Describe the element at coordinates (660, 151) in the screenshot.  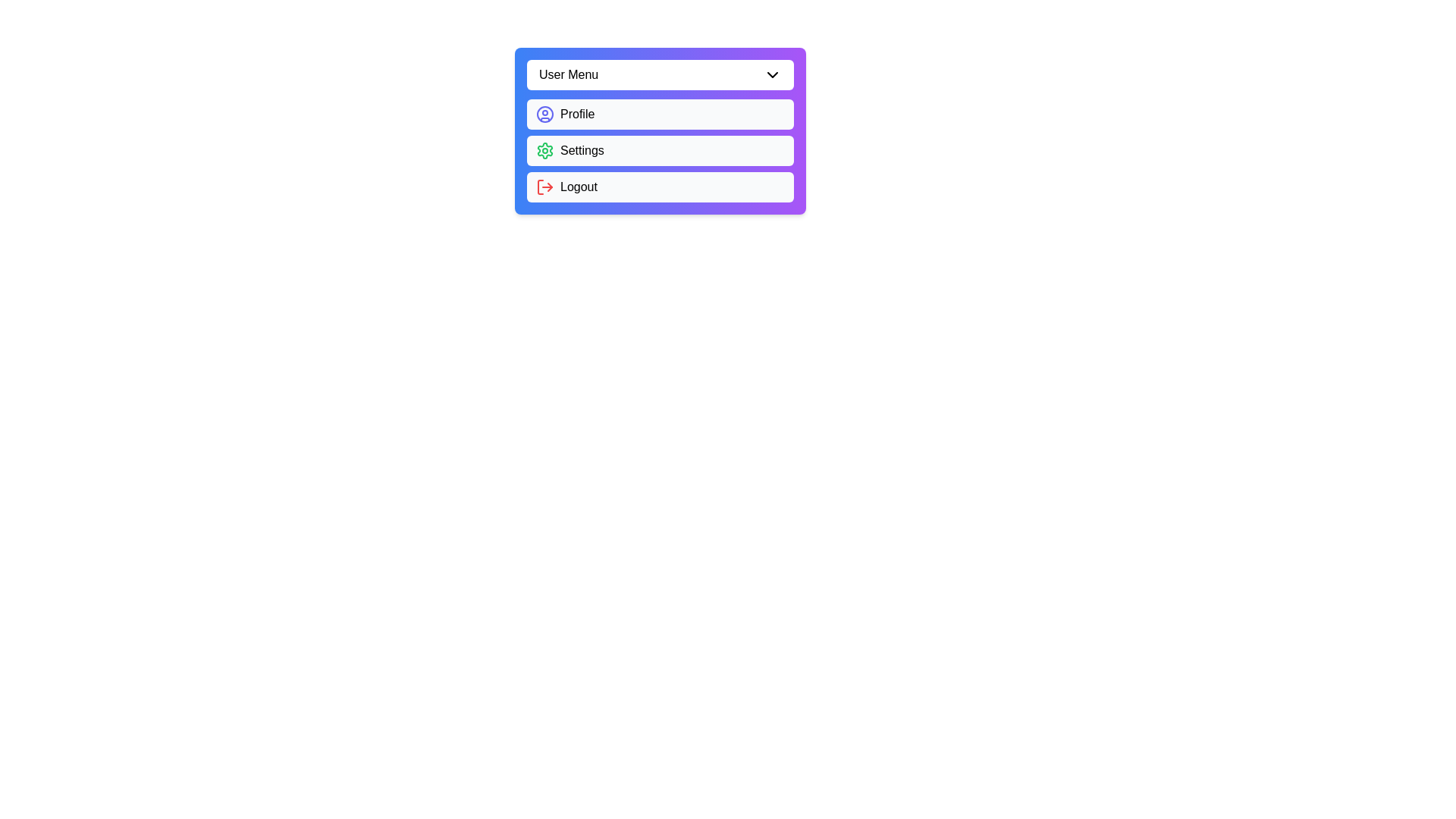
I see `the 'Settings' option in the menu` at that location.